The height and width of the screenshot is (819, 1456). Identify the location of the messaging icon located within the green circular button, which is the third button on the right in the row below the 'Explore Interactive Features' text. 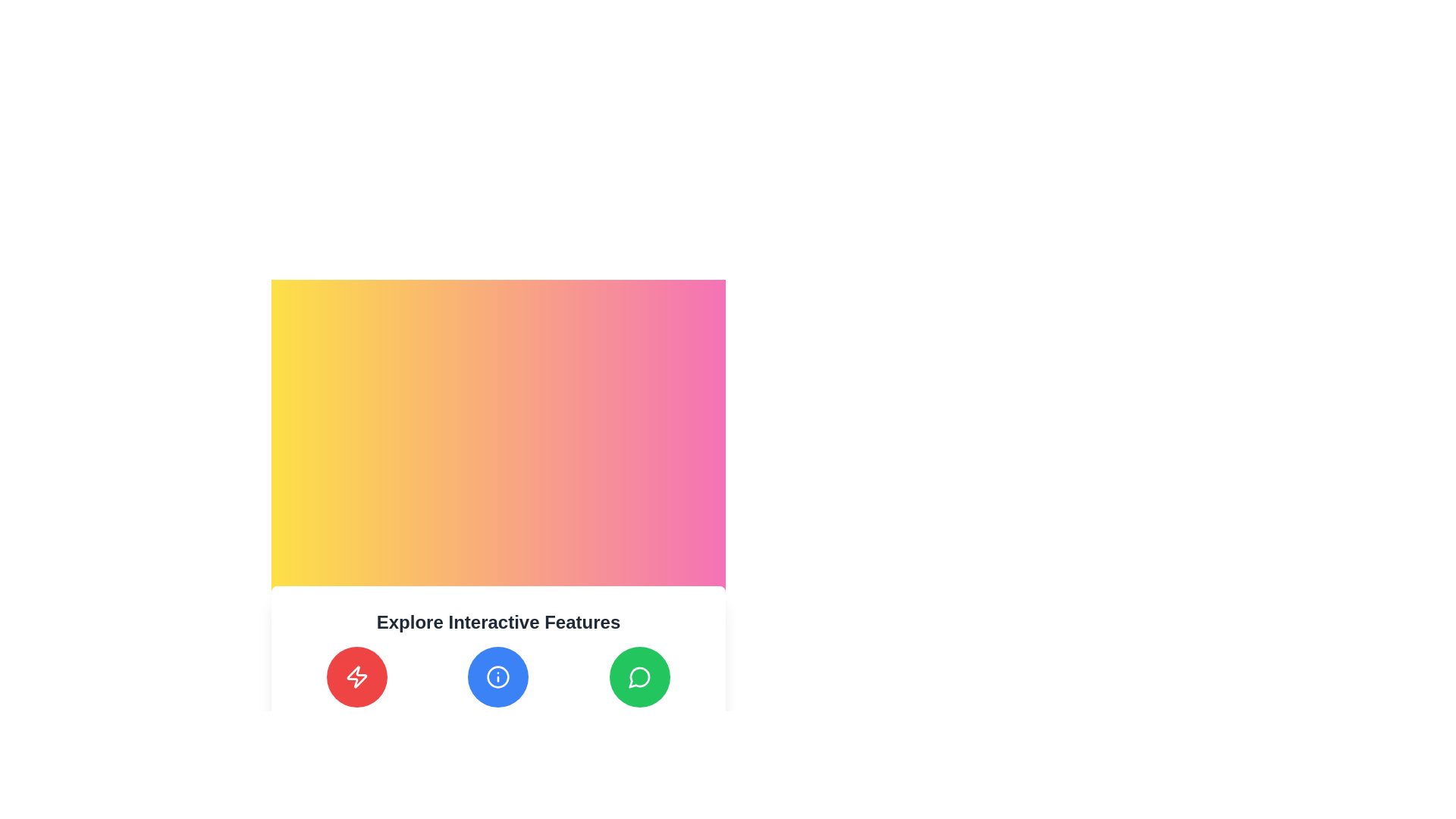
(639, 676).